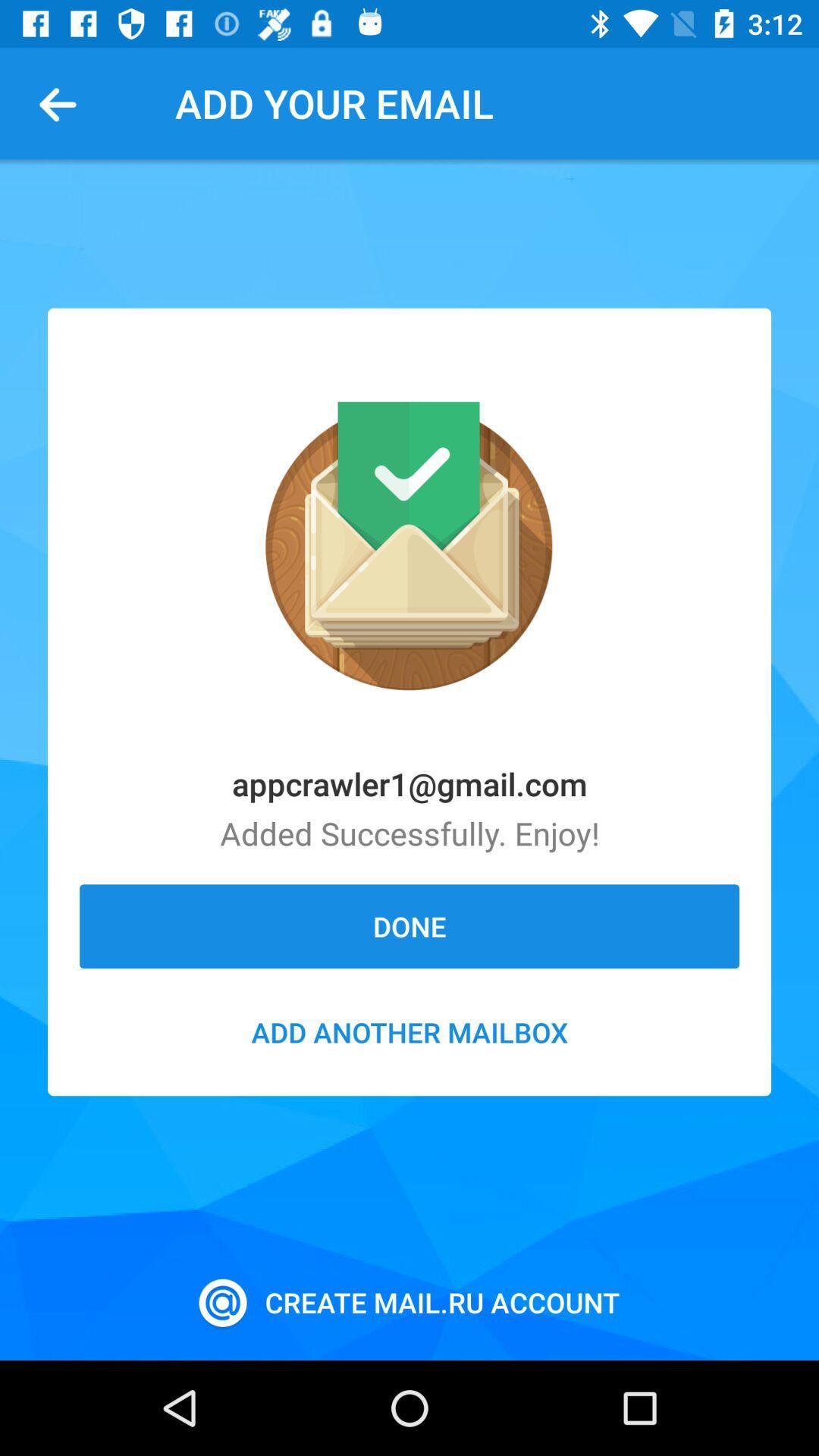 This screenshot has width=819, height=1456. What do you see at coordinates (409, 1031) in the screenshot?
I see `the add another mailbox` at bounding box center [409, 1031].